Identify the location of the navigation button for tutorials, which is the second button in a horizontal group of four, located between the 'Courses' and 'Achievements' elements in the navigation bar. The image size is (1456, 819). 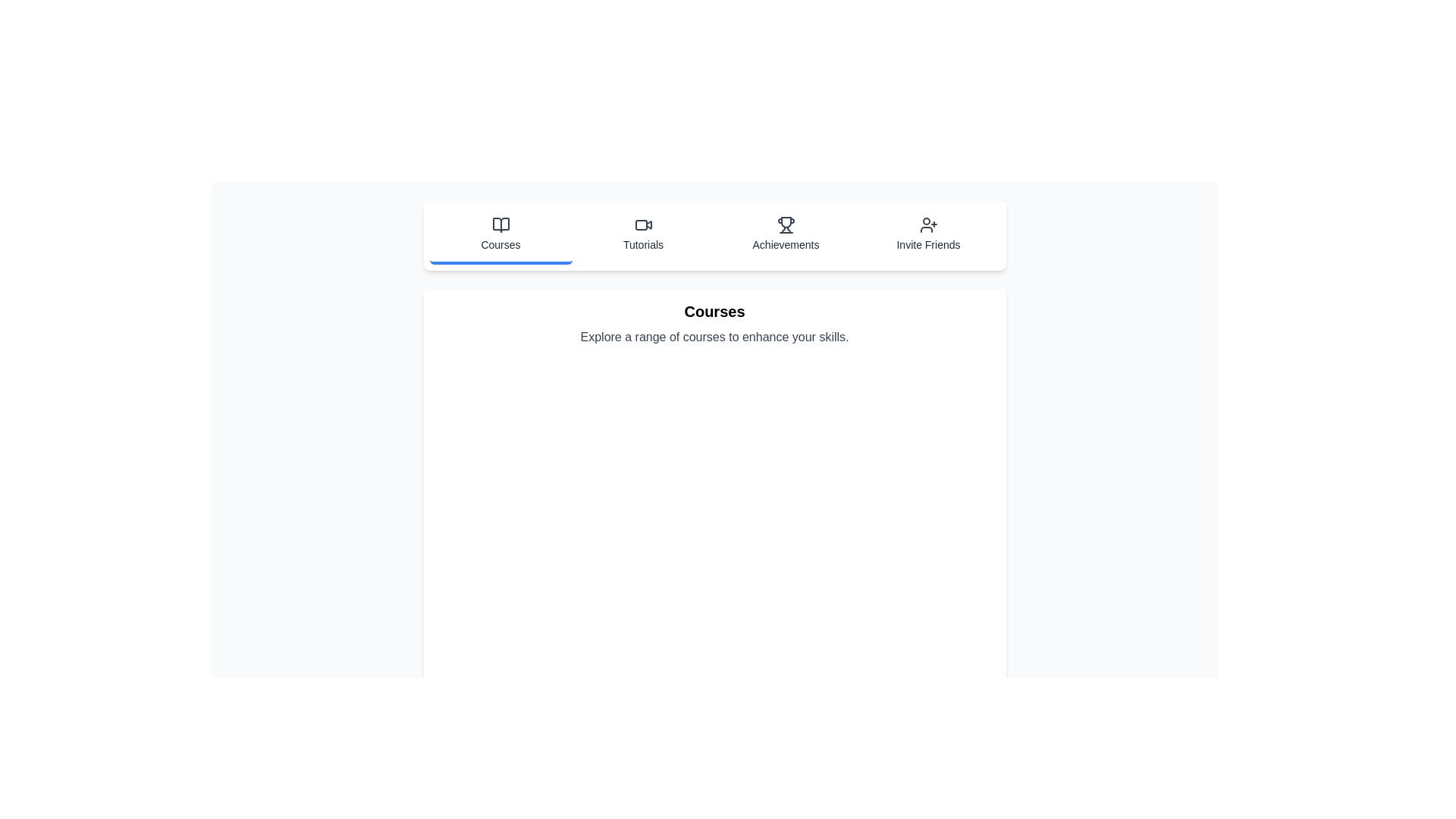
(643, 236).